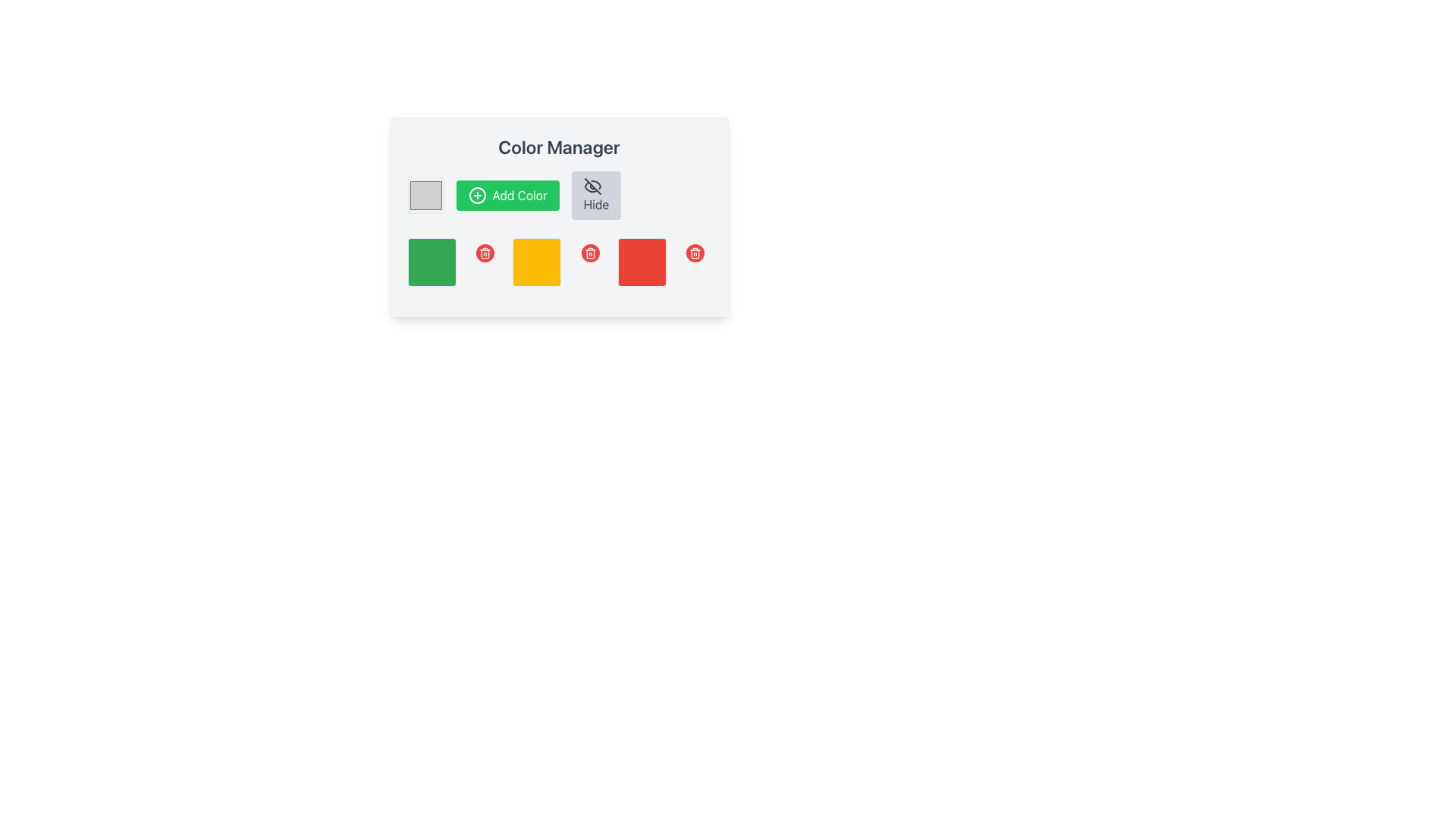  Describe the element at coordinates (558, 262) in the screenshot. I see `the selectable grid item, which is a yellow square located in the second position of a horizontal row, surrounded by a green square on the left and a red square on the right` at that location.